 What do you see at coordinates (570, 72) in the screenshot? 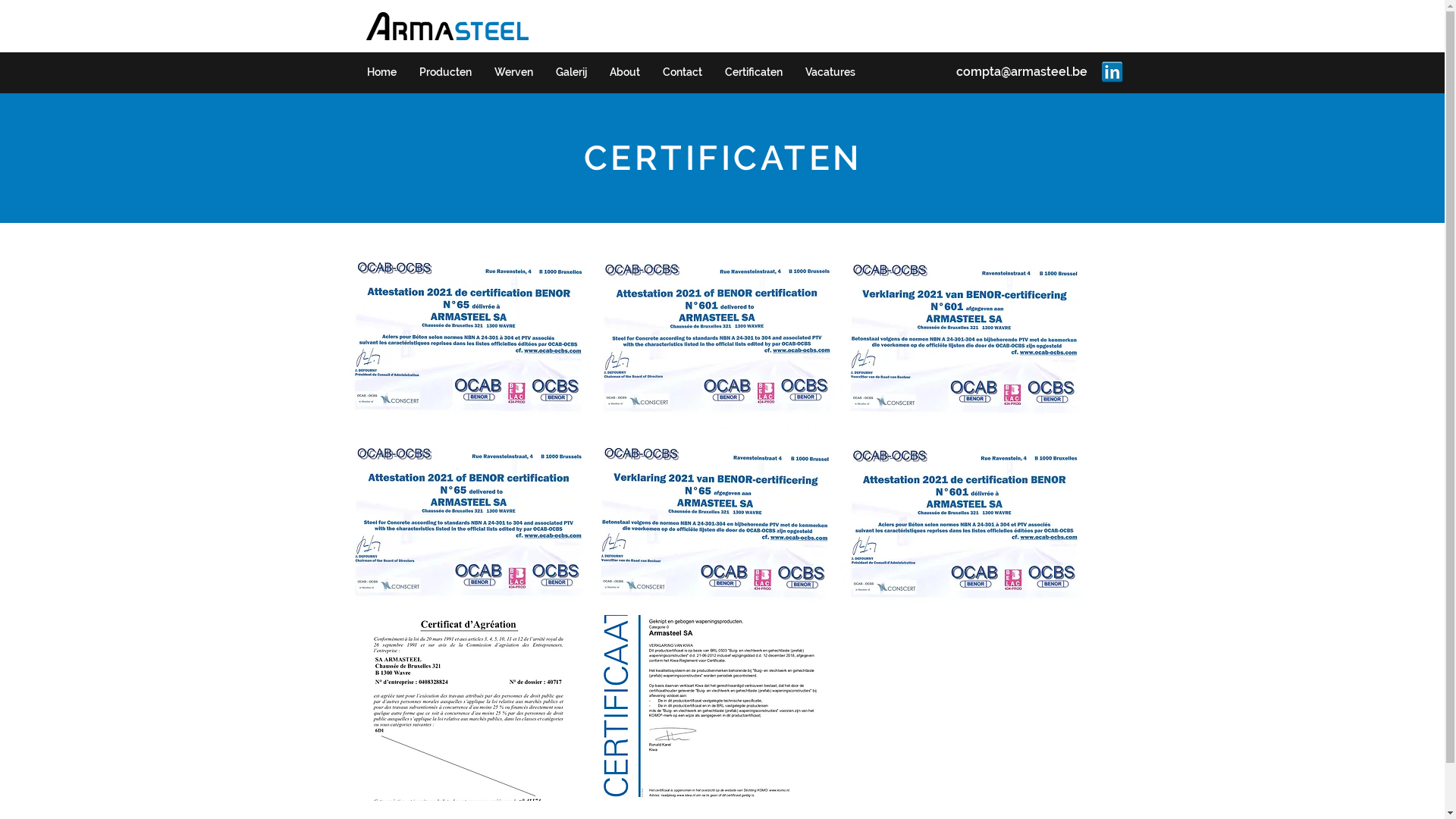
I see `'Galerij'` at bounding box center [570, 72].